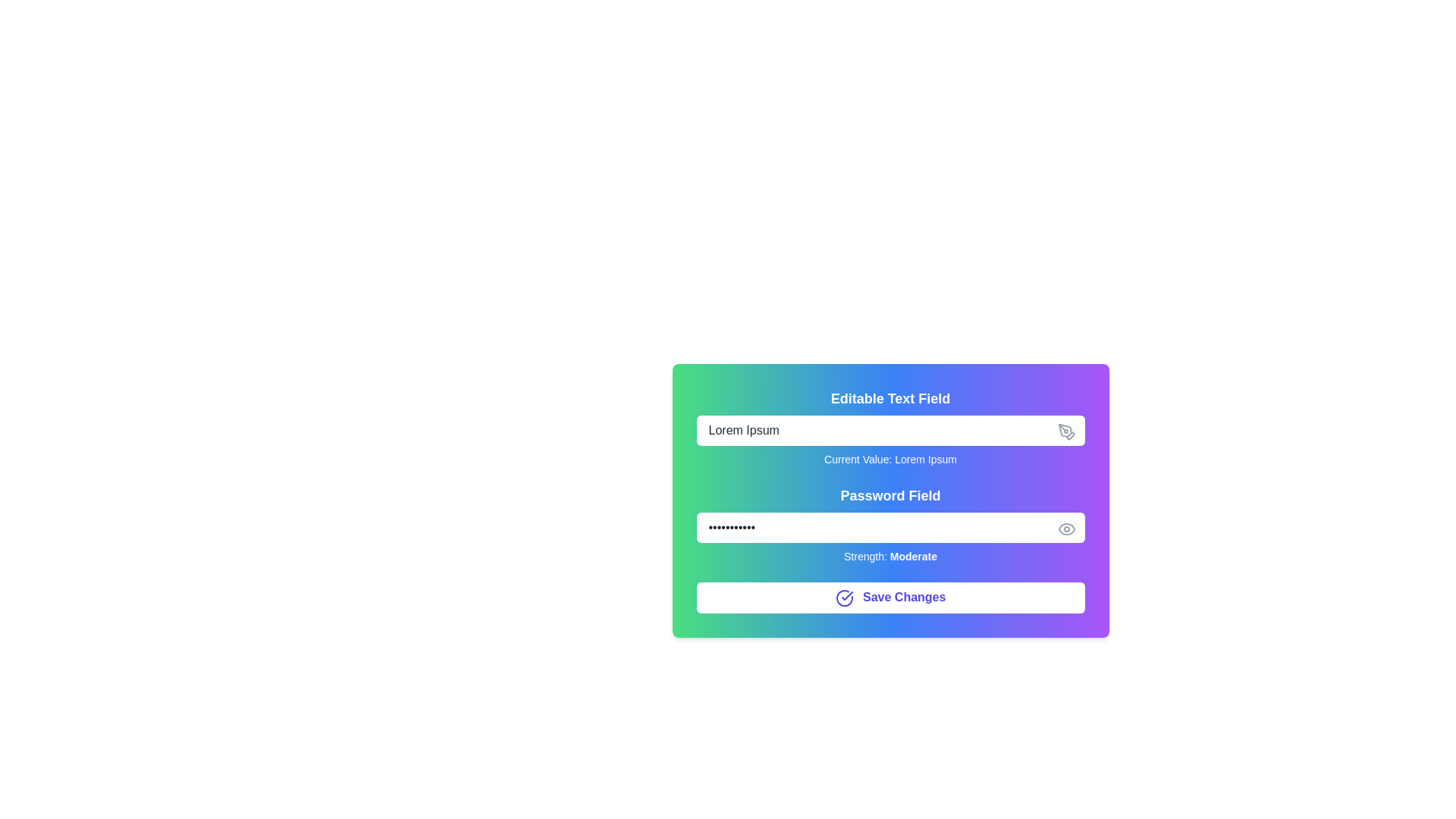  What do you see at coordinates (843, 597) in the screenshot?
I see `the small circular icon with a blue outline and a checkmark inside it, which is located to the left of the 'Save Changes' button` at bounding box center [843, 597].